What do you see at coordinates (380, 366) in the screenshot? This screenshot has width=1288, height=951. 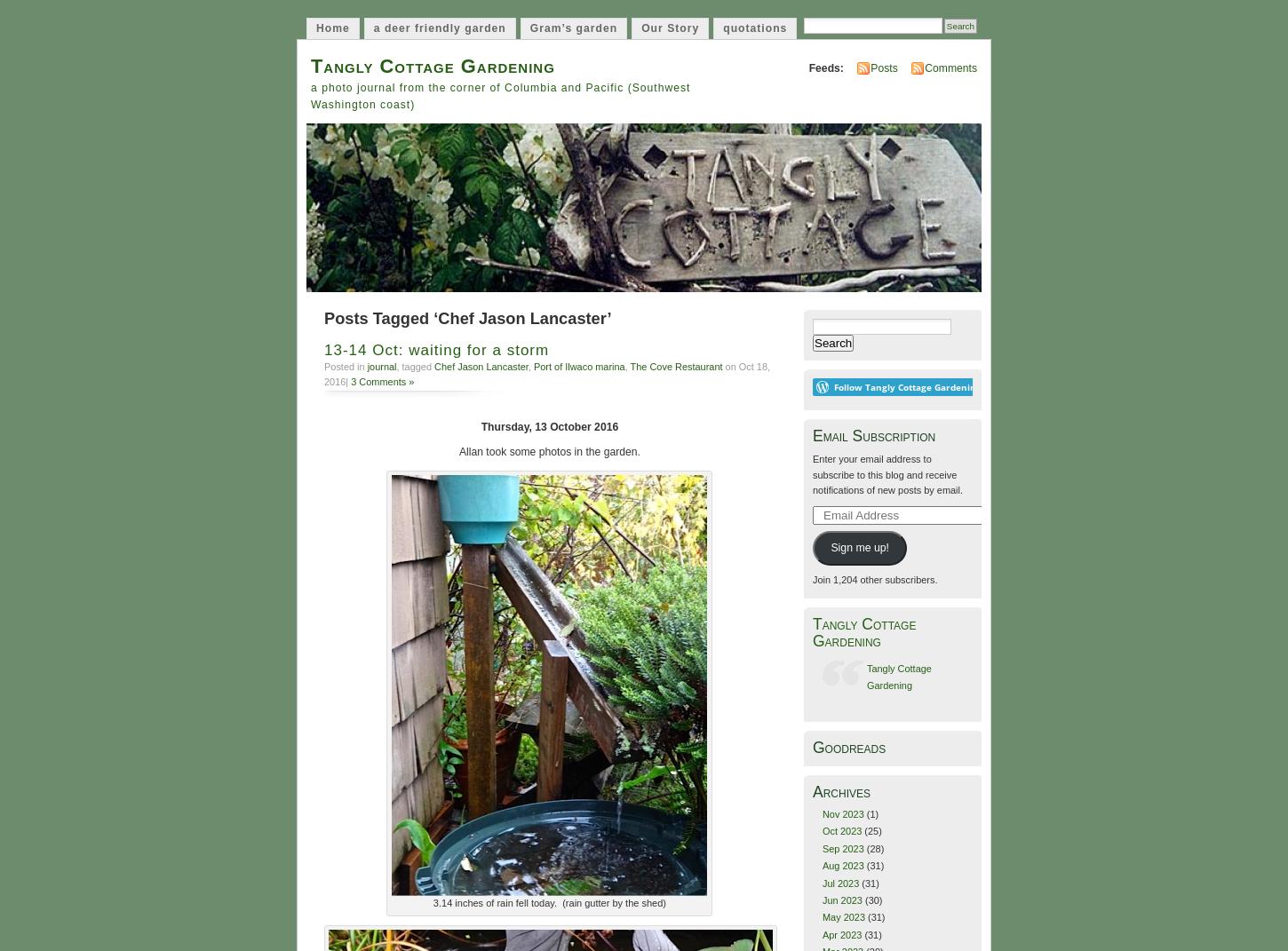 I see `'journal'` at bounding box center [380, 366].